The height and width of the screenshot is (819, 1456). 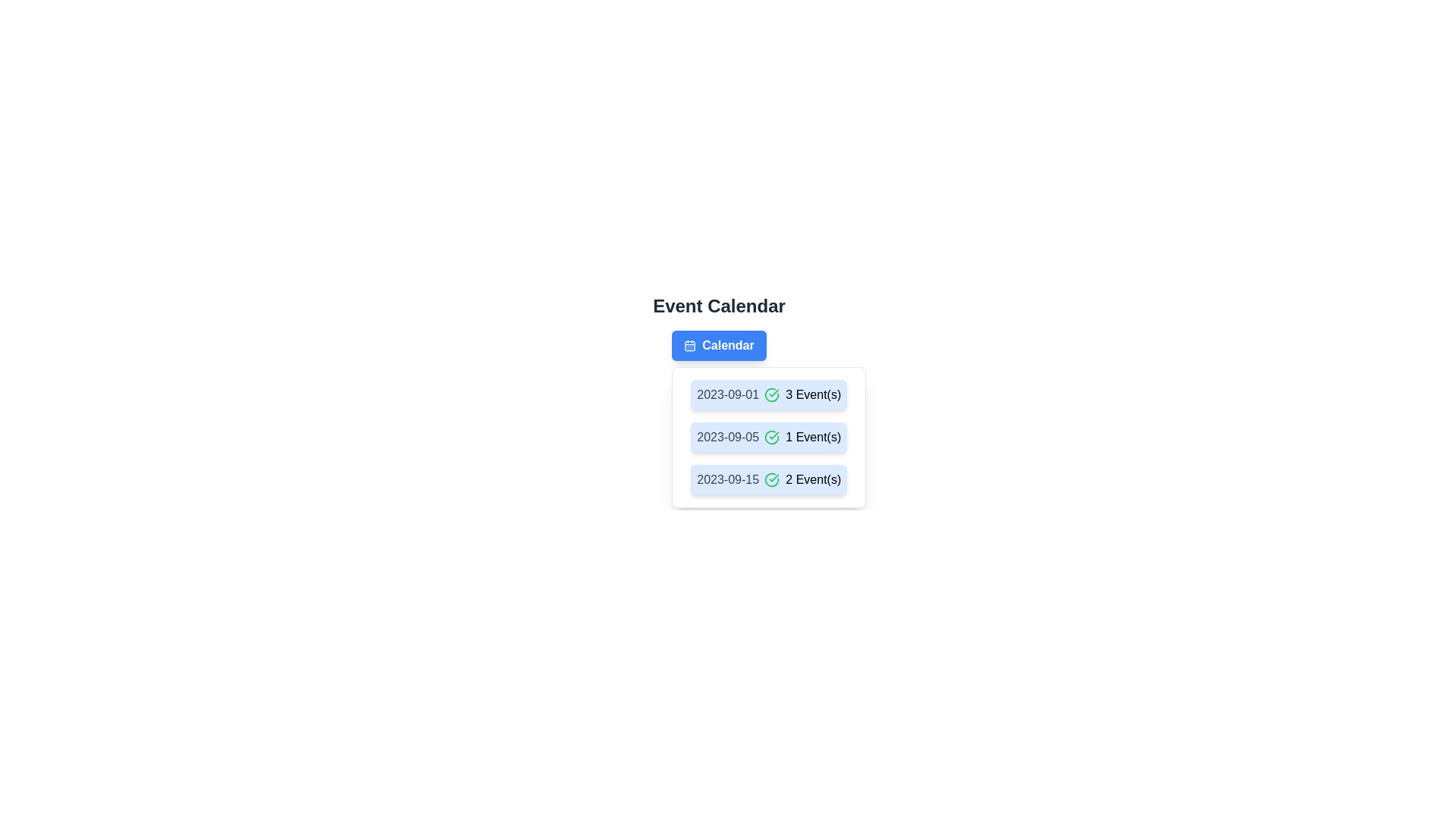 I want to click on the verification icon indicating the completed state of the three events, located to the left of the text '3 Event(s)' and horizontally aligned with the date '2023-09-01', so click(x=772, y=394).